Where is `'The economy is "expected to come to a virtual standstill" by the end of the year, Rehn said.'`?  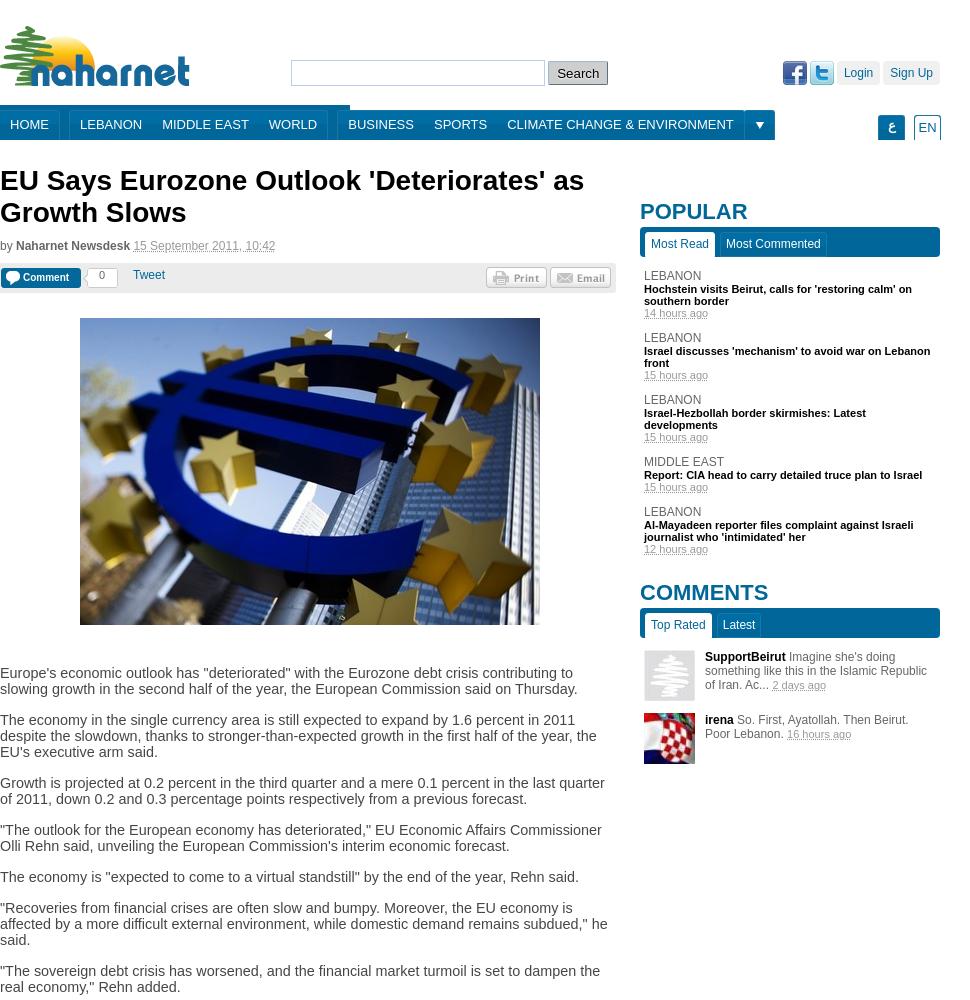
'The economy is "expected to come to a virtual standstill" by the end of the year, Rehn said.' is located at coordinates (287, 877).